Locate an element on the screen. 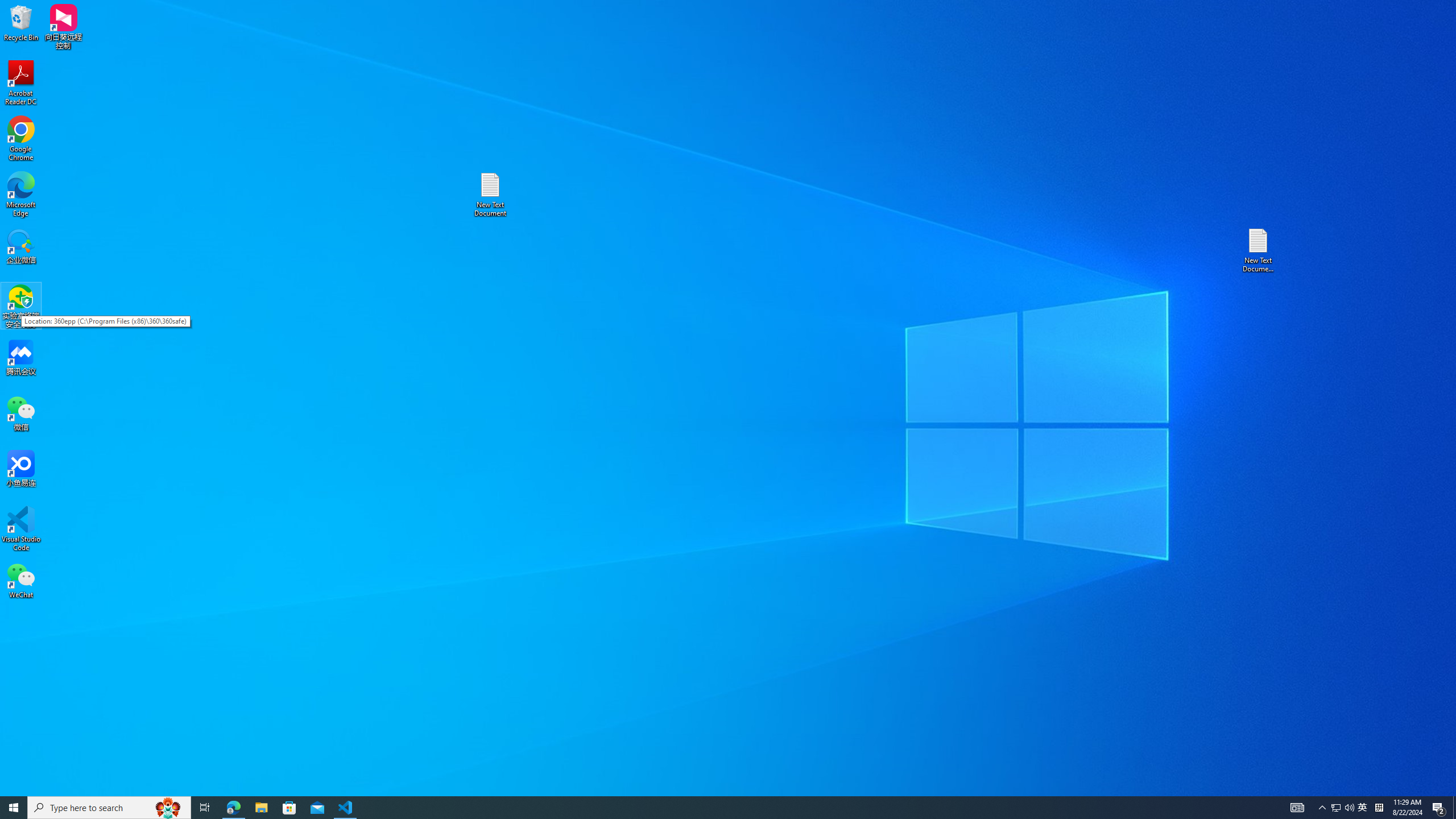  'User Promoted Notification Area' is located at coordinates (1342, 806).